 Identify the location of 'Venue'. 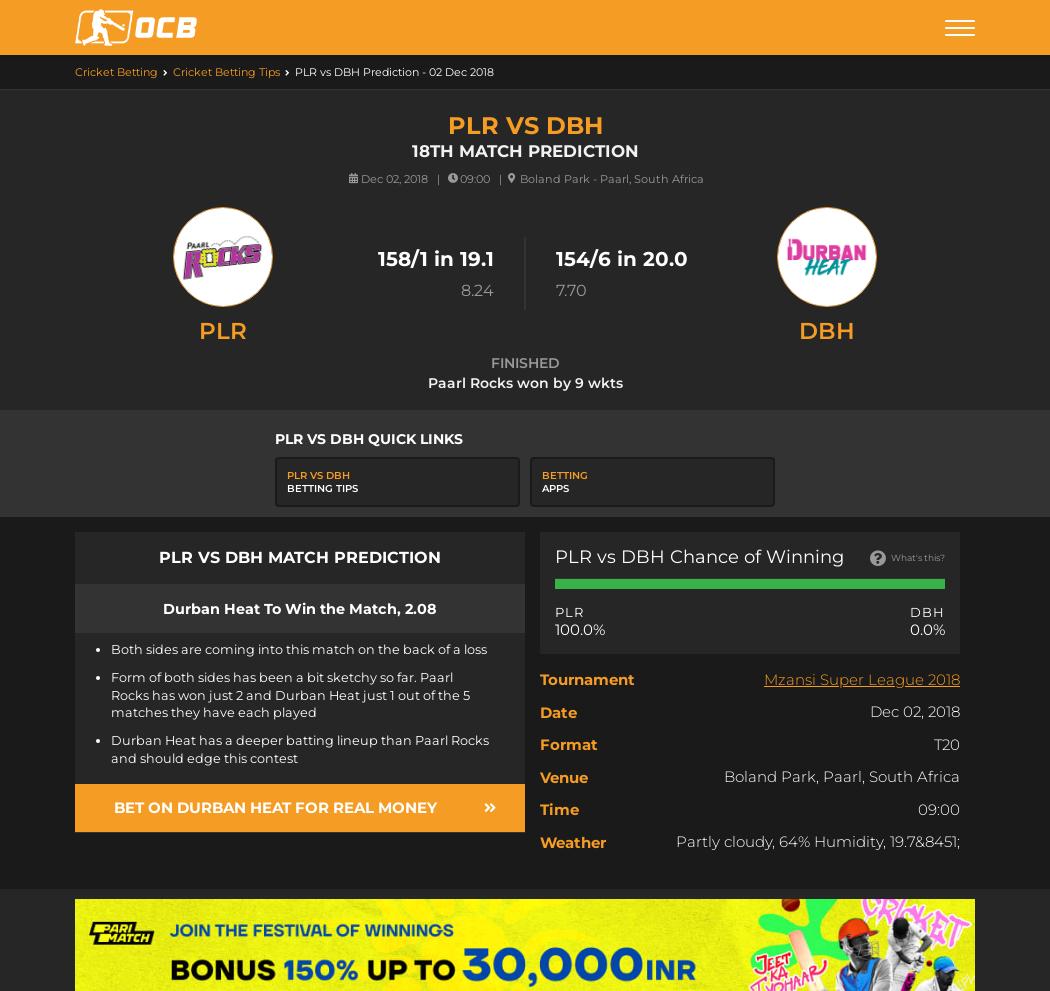
(540, 776).